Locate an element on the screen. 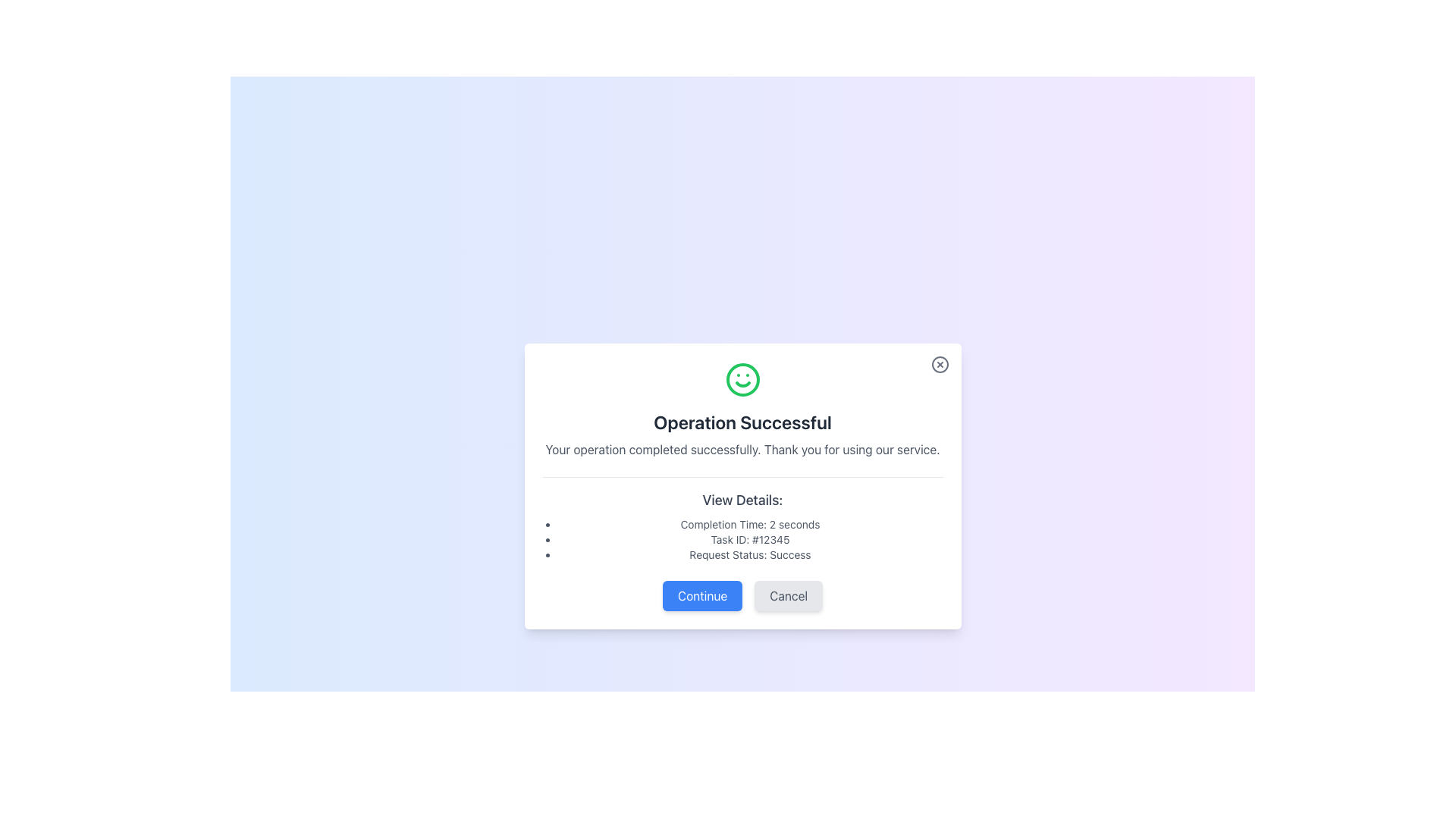 The image size is (1456, 819). success message displayed as a bold text component saying 'Operation Successful', located in the centered modal window below the green smiley icon is located at coordinates (742, 422).